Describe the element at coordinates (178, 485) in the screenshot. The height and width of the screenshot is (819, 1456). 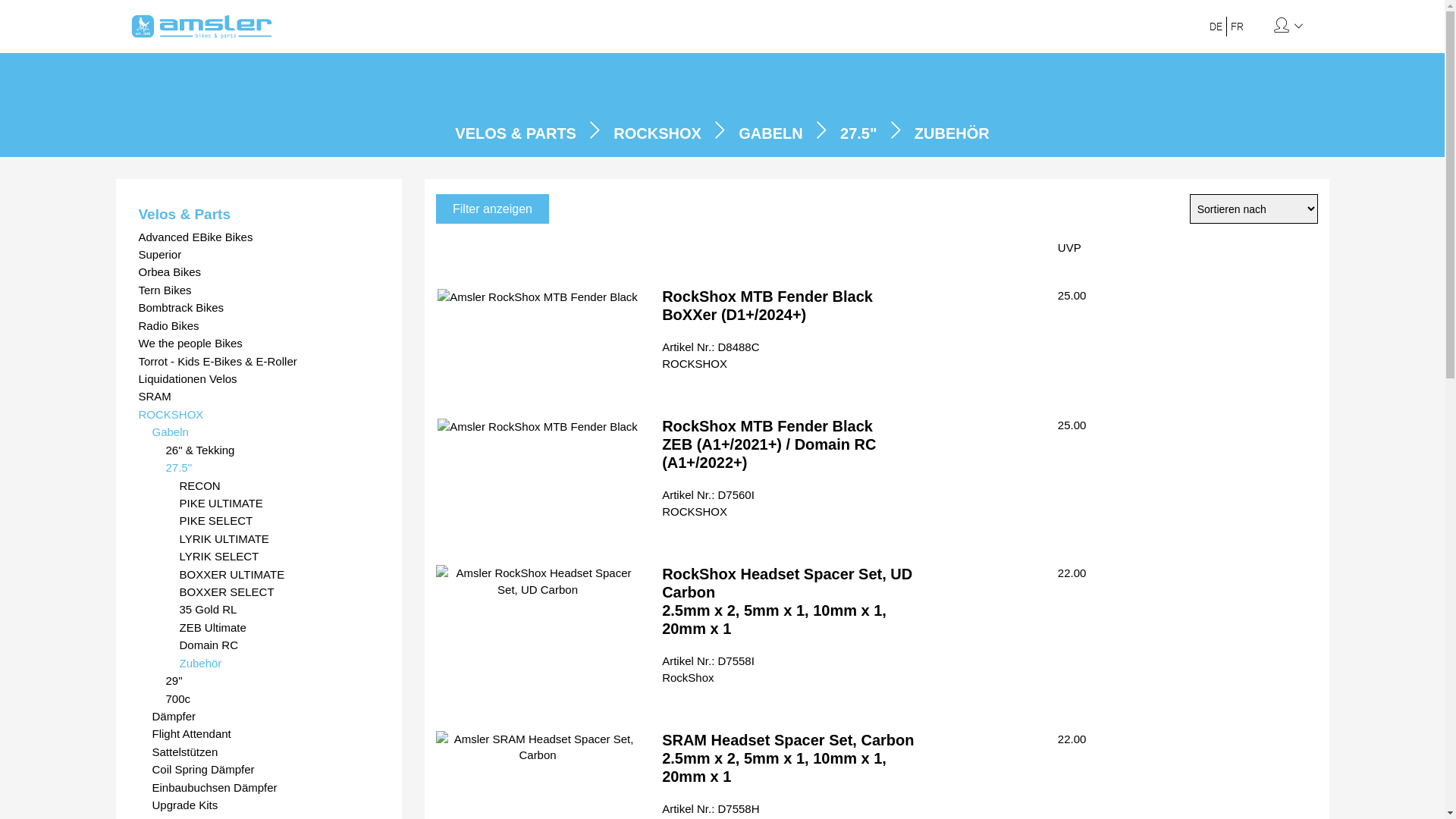
I see `'RECON'` at that location.